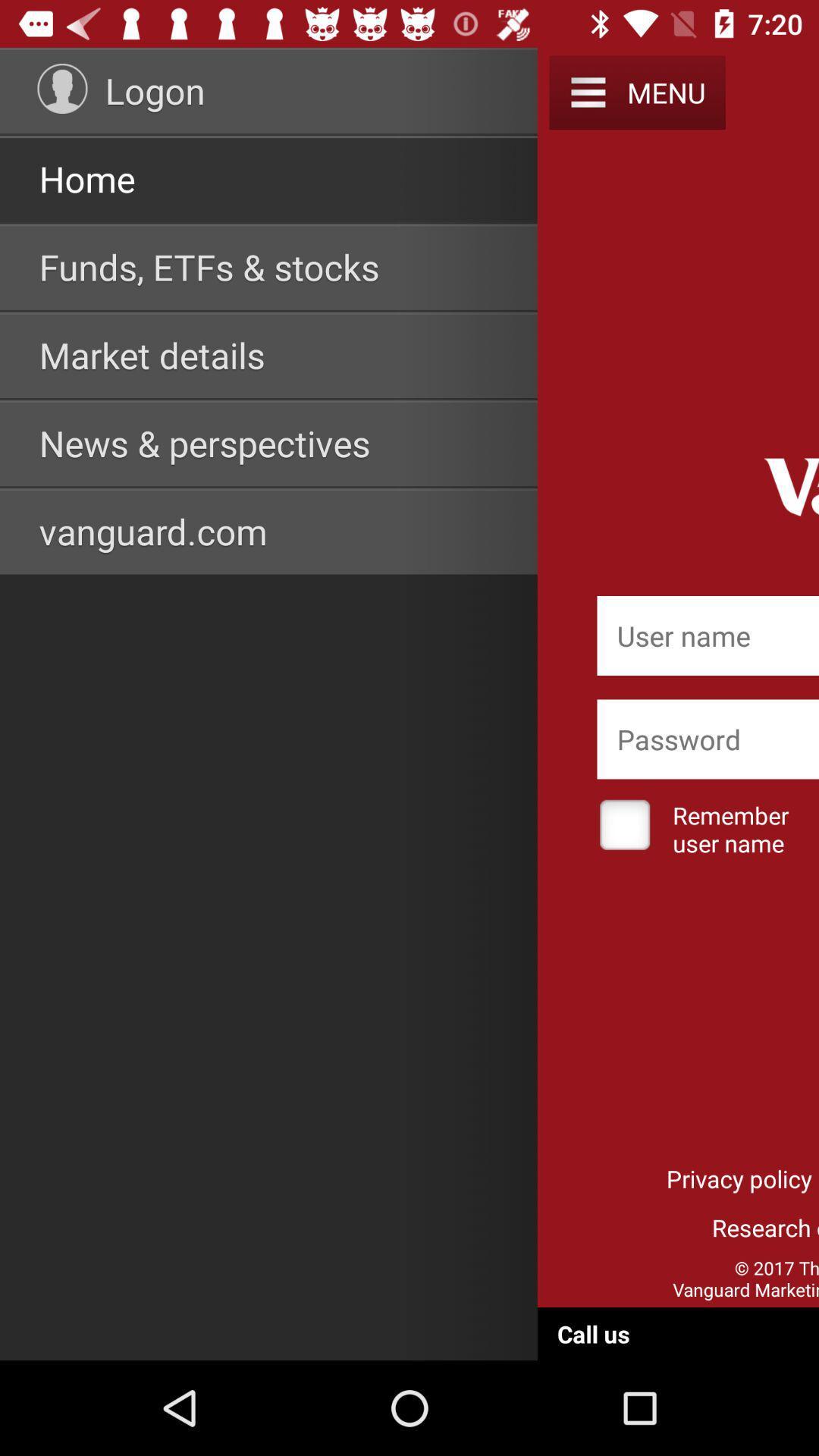 The image size is (819, 1456). What do you see at coordinates (587, 92) in the screenshot?
I see `more options icon which is on the left side of menu` at bounding box center [587, 92].